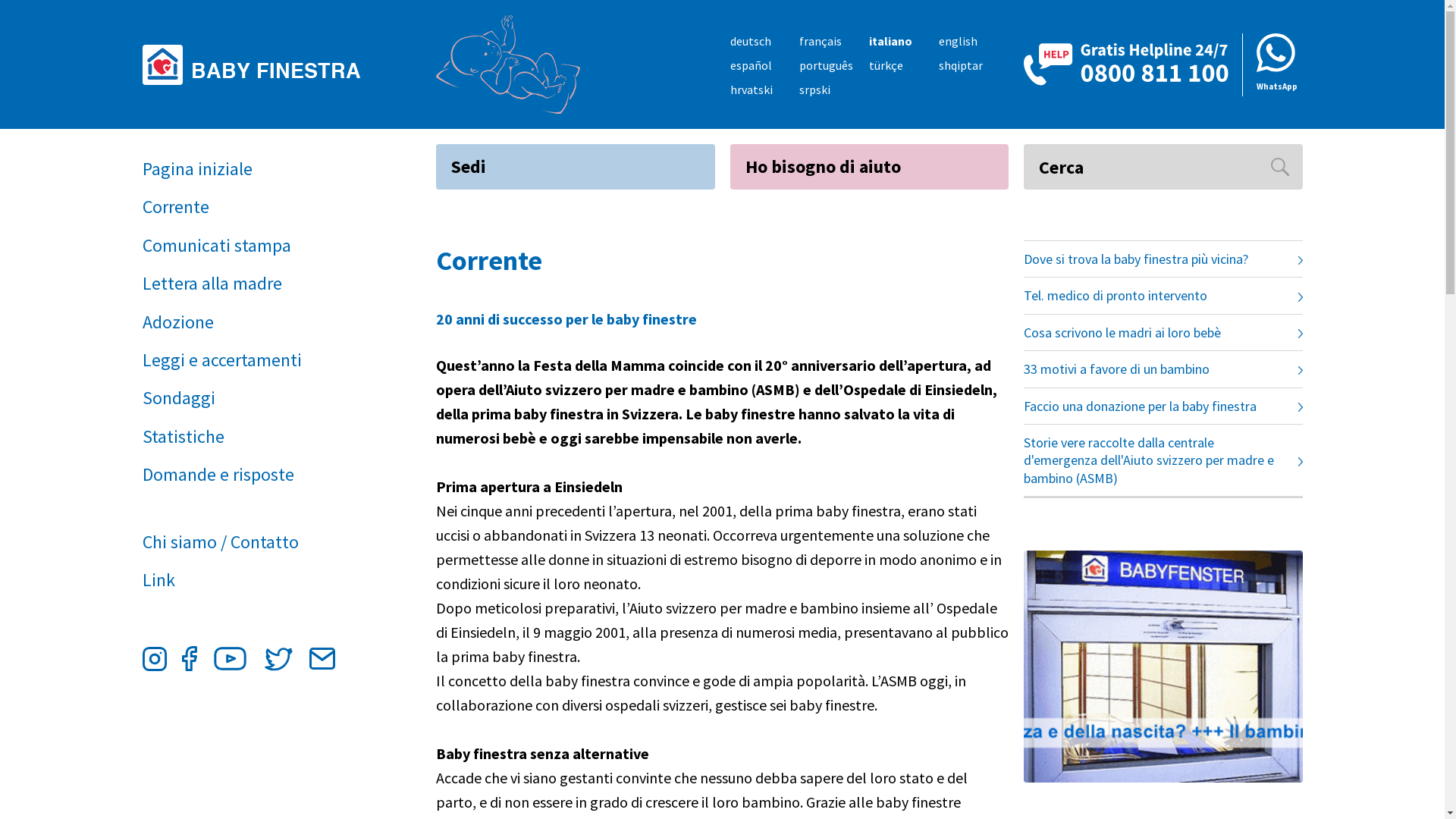  I want to click on 'Statistiche', so click(254, 436).